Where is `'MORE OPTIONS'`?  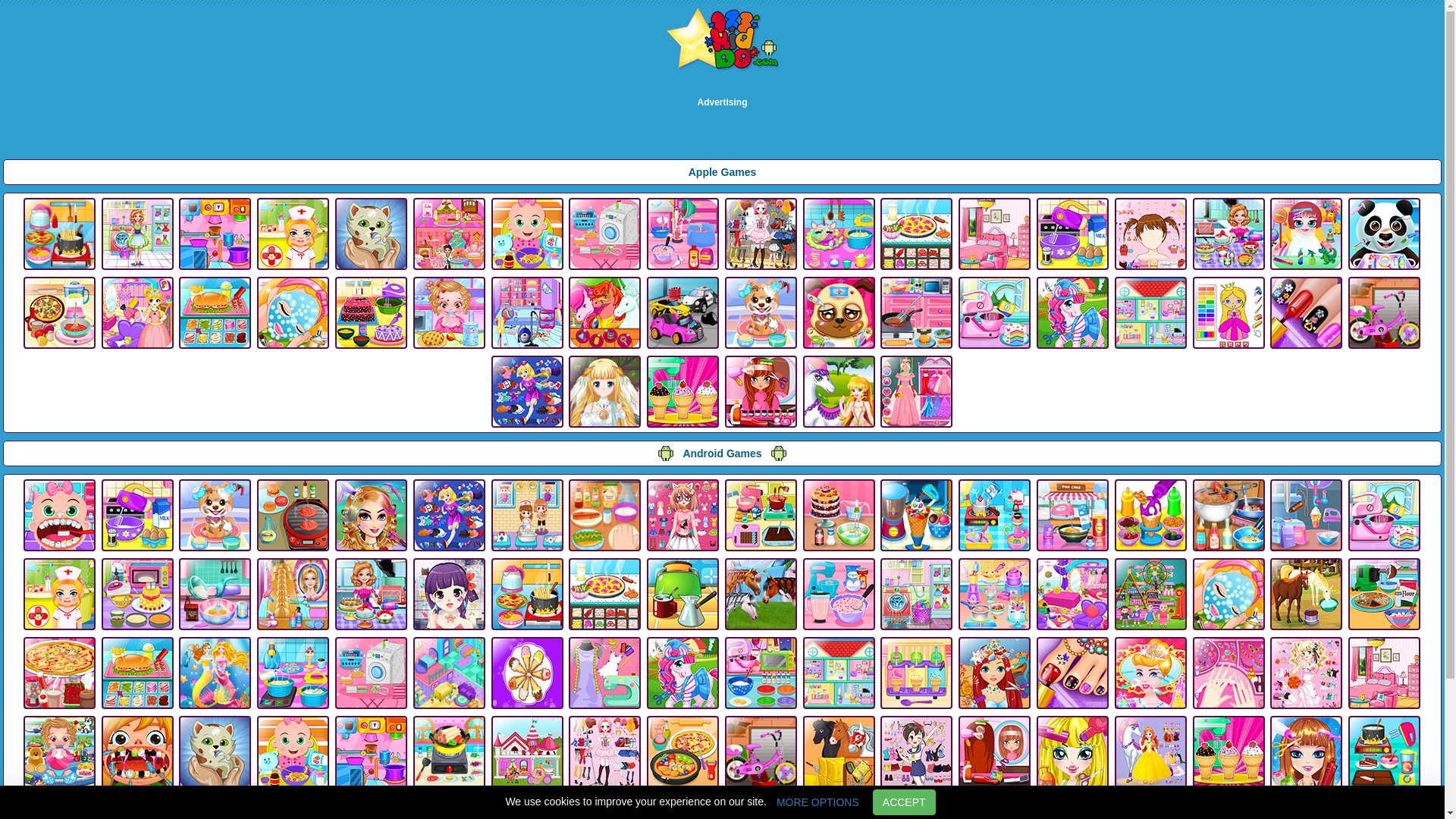
'MORE OPTIONS' is located at coordinates (767, 801).